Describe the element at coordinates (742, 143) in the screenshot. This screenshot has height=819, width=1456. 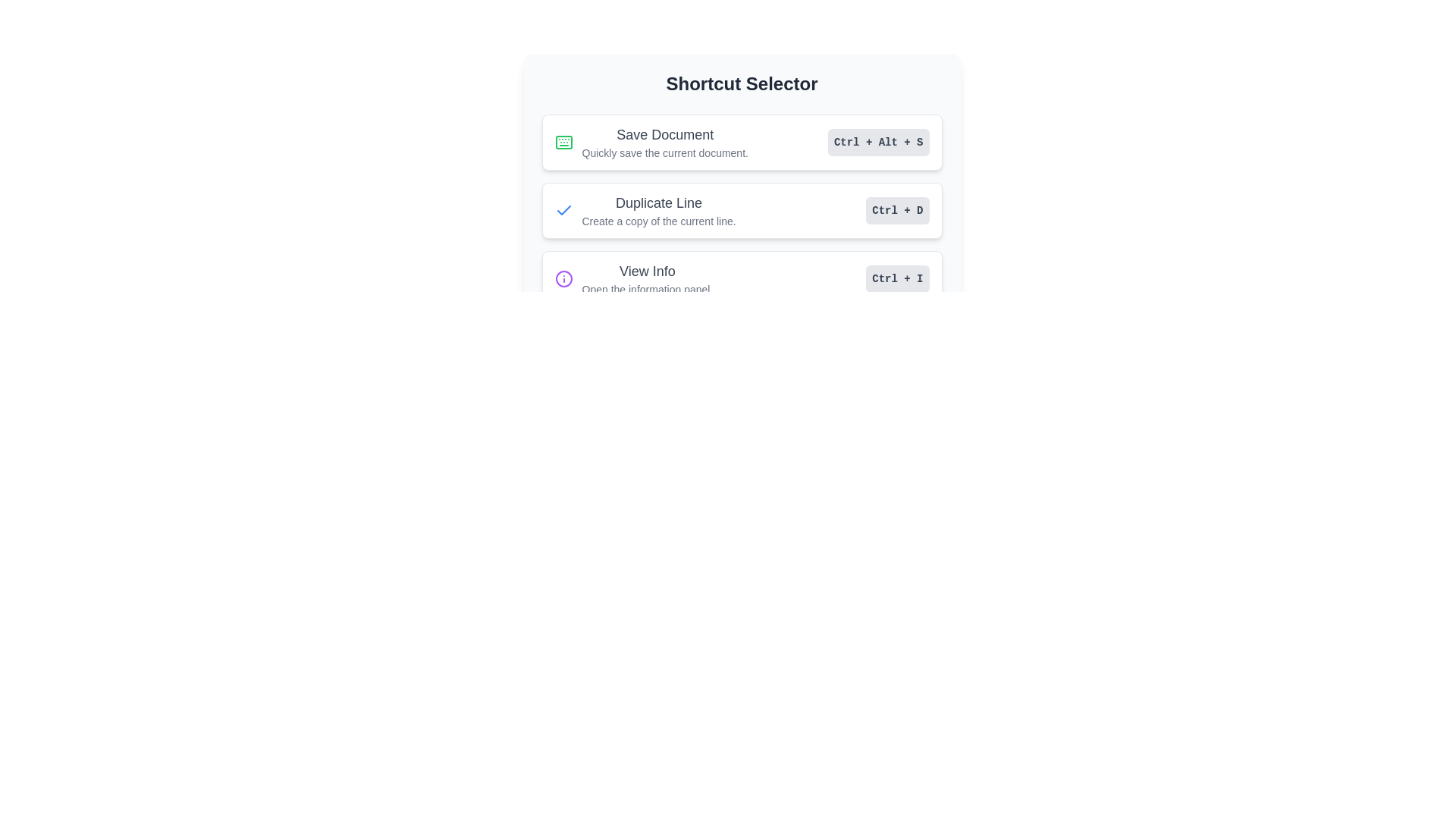
I see `the list item titled 'Save Document' that contains an icon on the left, a description on the right, and a shortcut display on the far right` at that location.